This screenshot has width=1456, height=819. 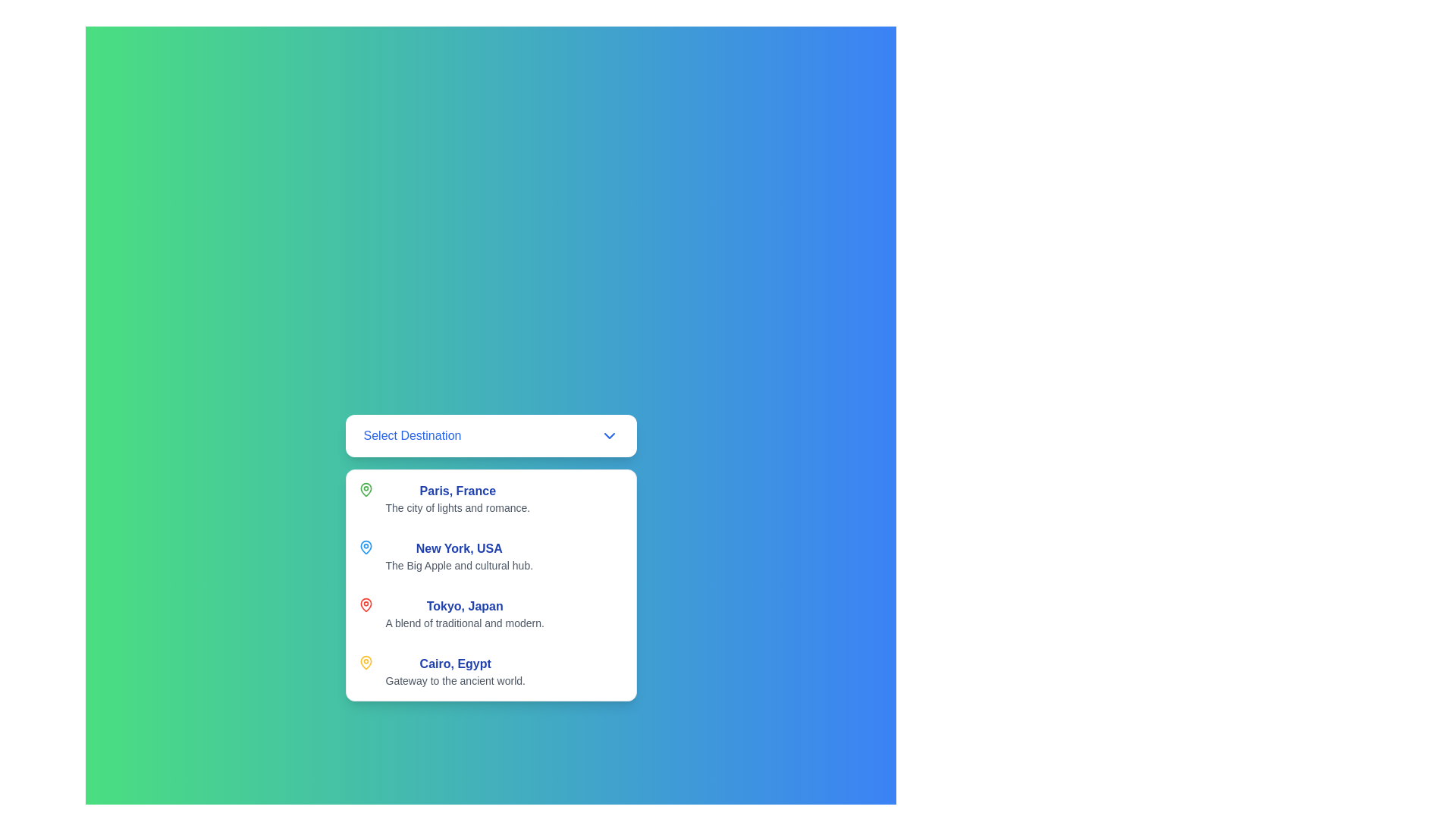 I want to click on the decorative pin marker icon with a yellow stroke next to the text 'Tokyo, Japan' in the dropdown menu, so click(x=366, y=662).